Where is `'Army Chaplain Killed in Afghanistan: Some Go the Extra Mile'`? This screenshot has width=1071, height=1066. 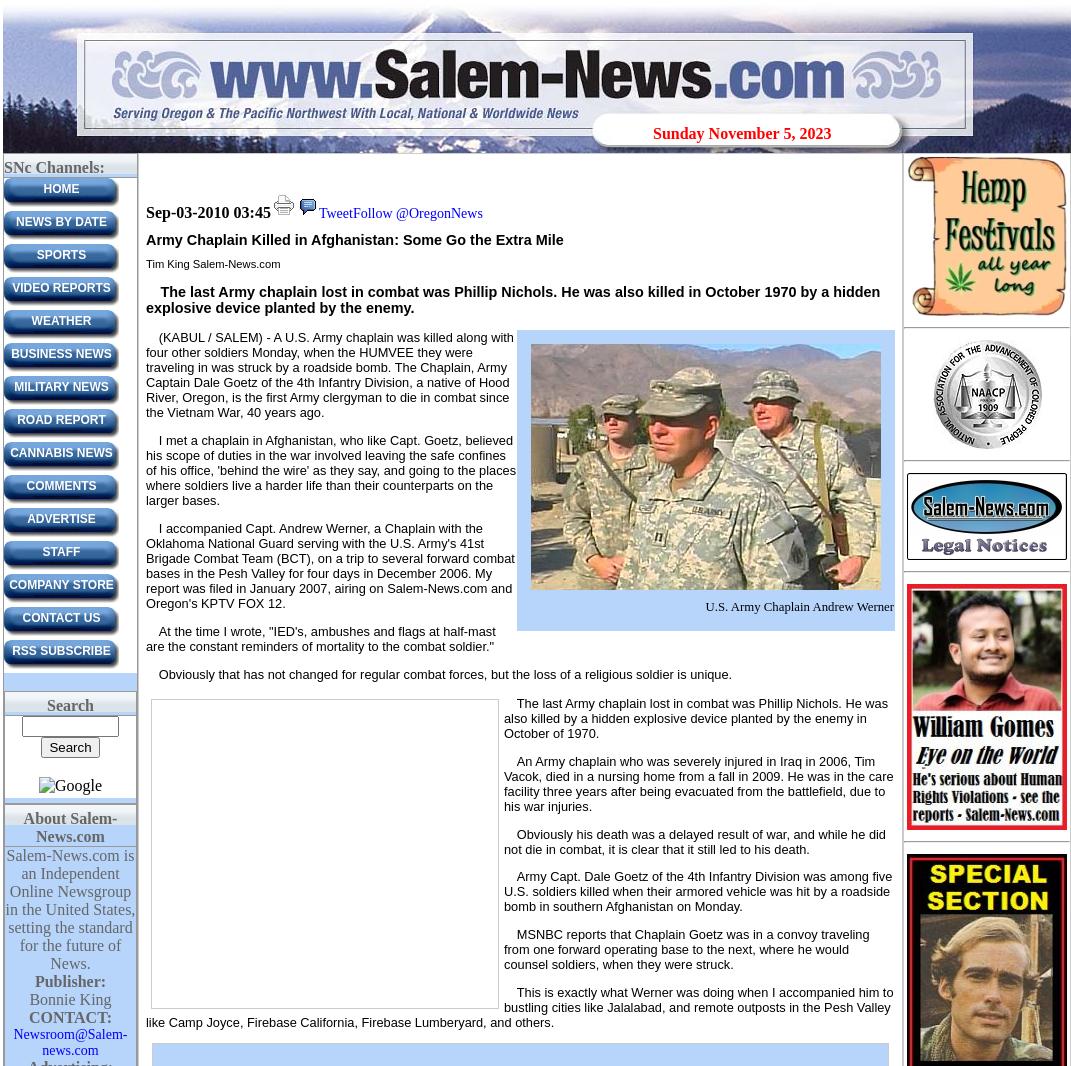
'Army Chaplain Killed in Afghanistan: Some Go the Extra Mile' is located at coordinates (353, 238).